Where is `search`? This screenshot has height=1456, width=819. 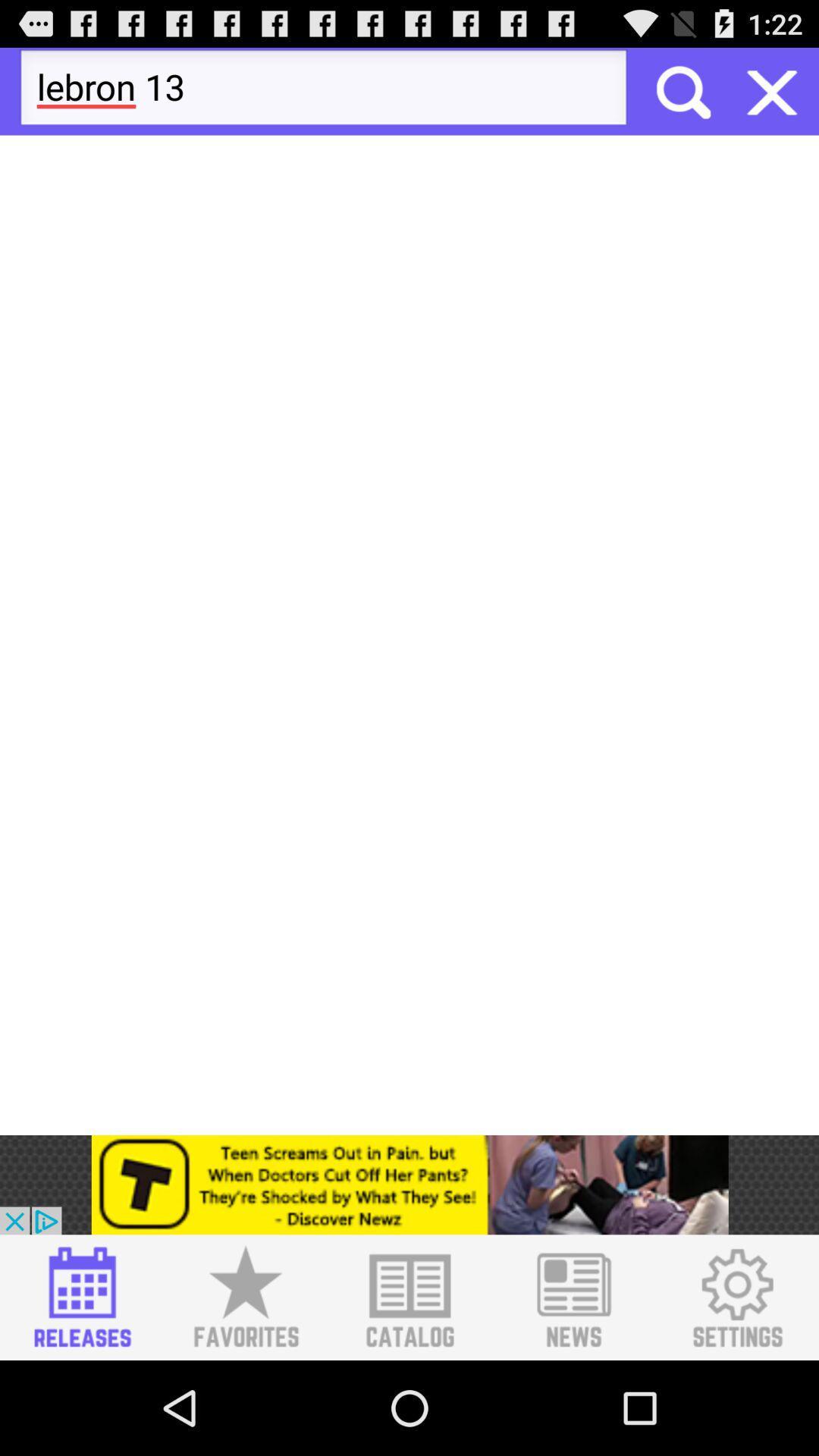
search is located at coordinates (772, 90).